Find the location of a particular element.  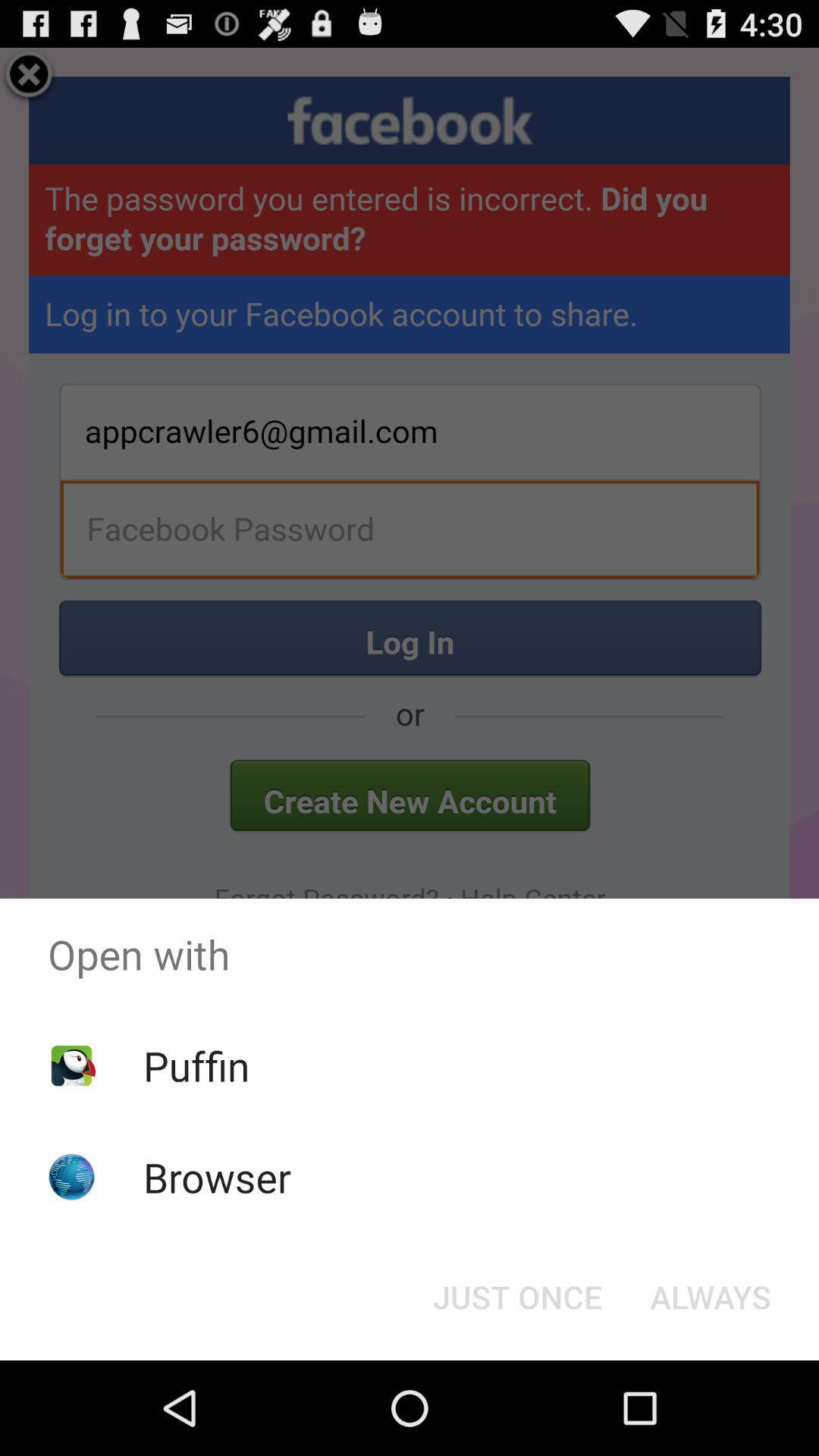

the button to the right of just once icon is located at coordinates (711, 1295).